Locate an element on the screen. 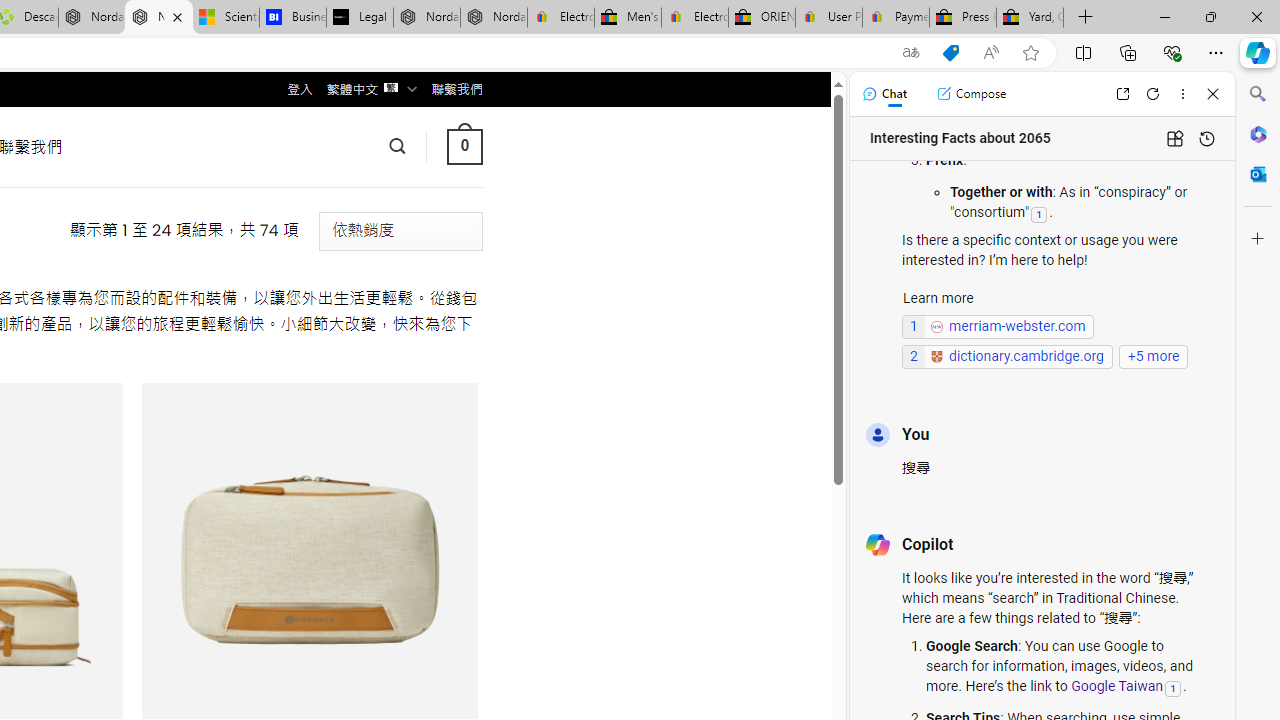 Image resolution: width=1280 pixels, height=720 pixels. 'This site has coupons! Shopping in Microsoft Edge' is located at coordinates (950, 52).